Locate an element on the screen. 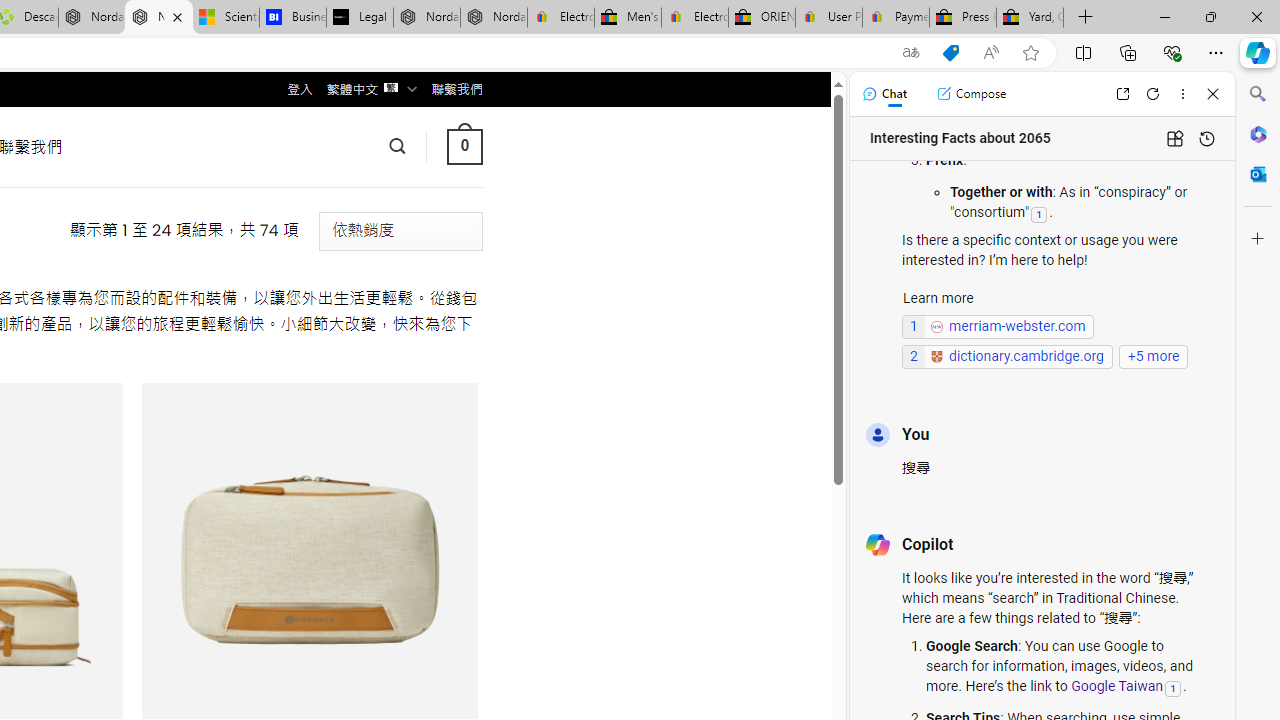 Image resolution: width=1280 pixels, height=720 pixels. 'This site has coupons! Shopping in Microsoft Edge' is located at coordinates (950, 52).